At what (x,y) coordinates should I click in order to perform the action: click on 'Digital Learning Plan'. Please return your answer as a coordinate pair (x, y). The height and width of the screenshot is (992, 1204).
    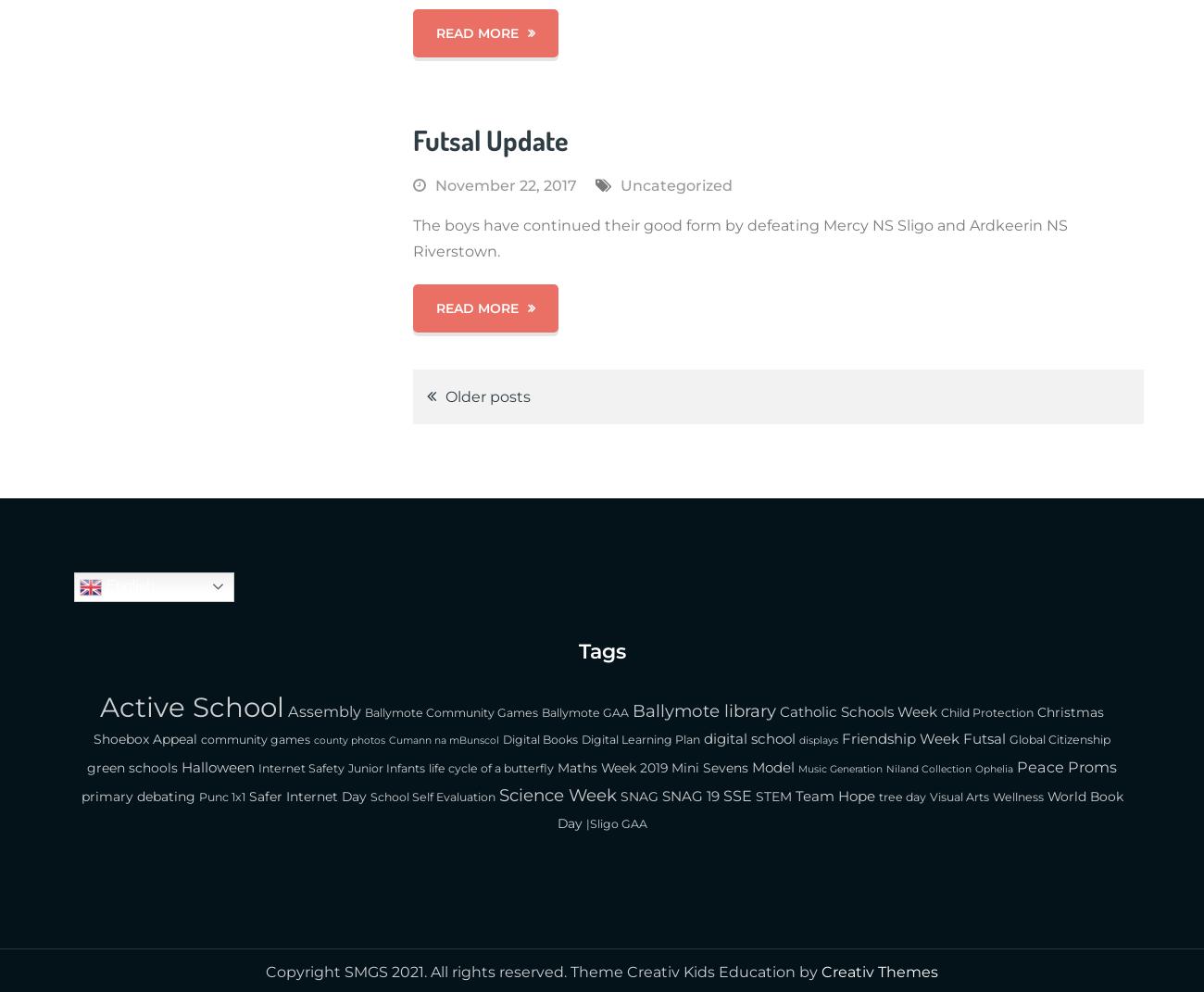
    Looking at the image, I should click on (639, 738).